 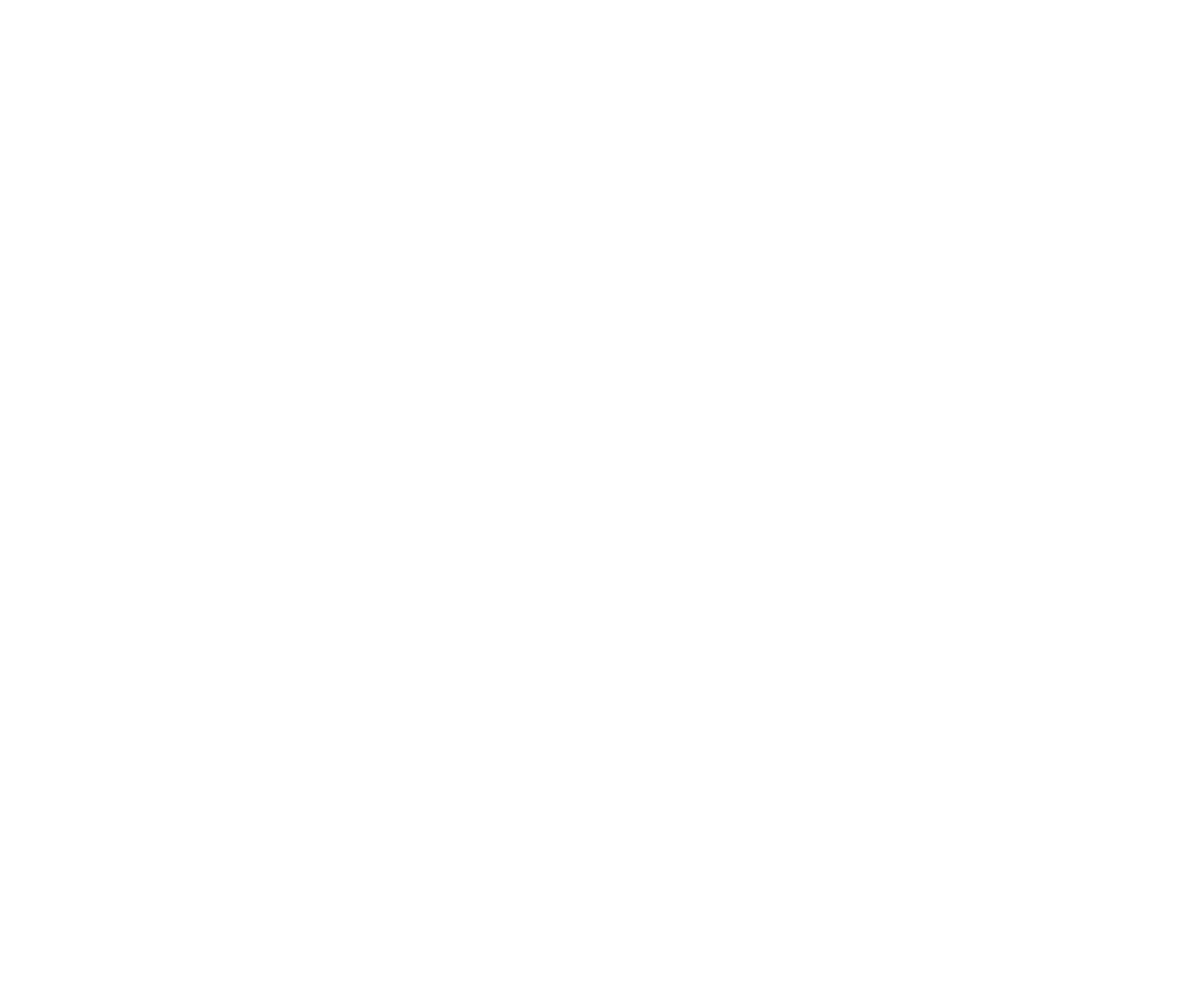 What do you see at coordinates (454, 290) in the screenshot?
I see `'Youth Ministry'` at bounding box center [454, 290].